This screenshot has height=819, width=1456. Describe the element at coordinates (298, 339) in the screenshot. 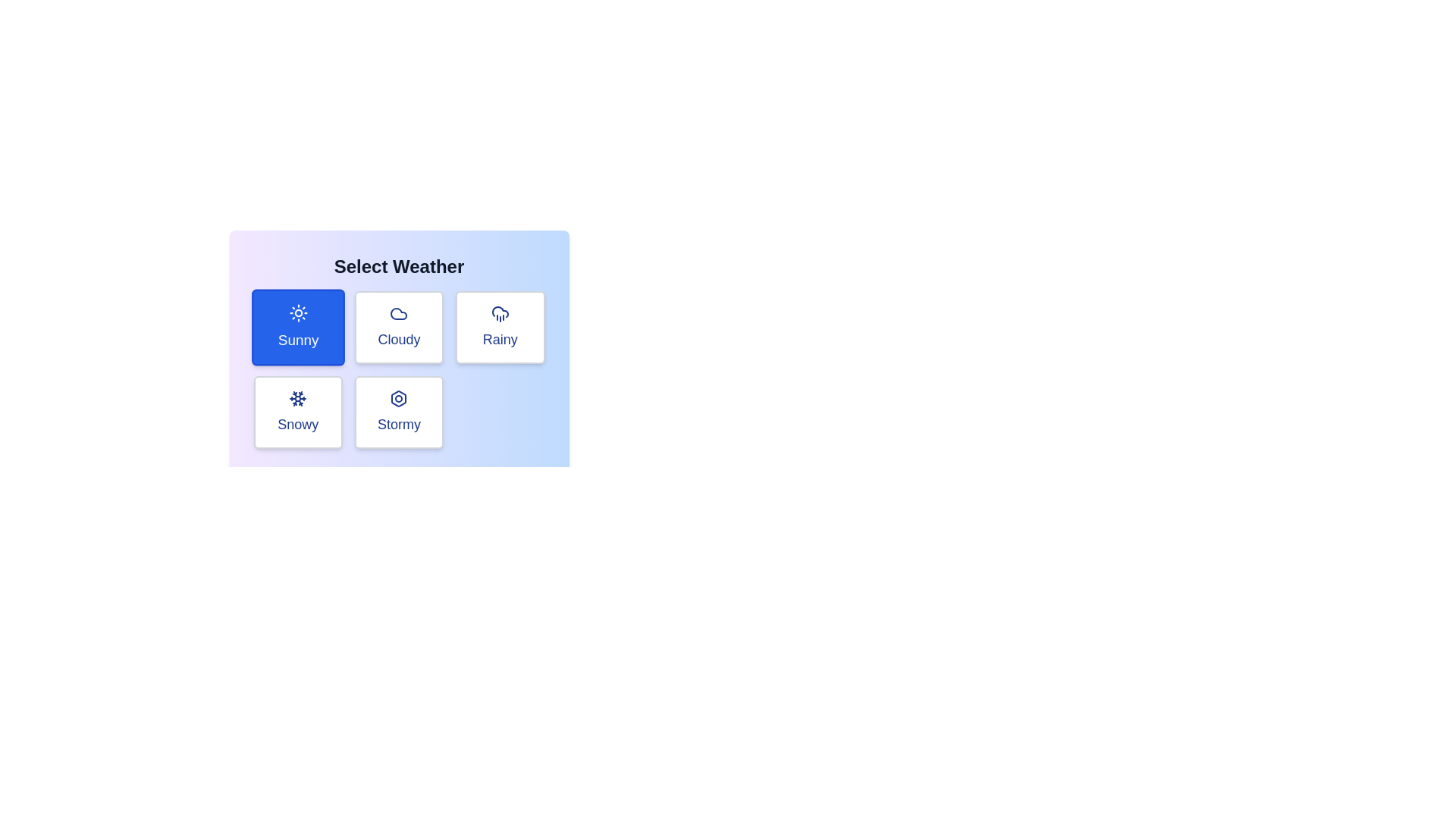

I see `text label indicating the weather condition 'Sunny', which is positioned below the sun icon in the top-left corner of the weather options grid` at that location.